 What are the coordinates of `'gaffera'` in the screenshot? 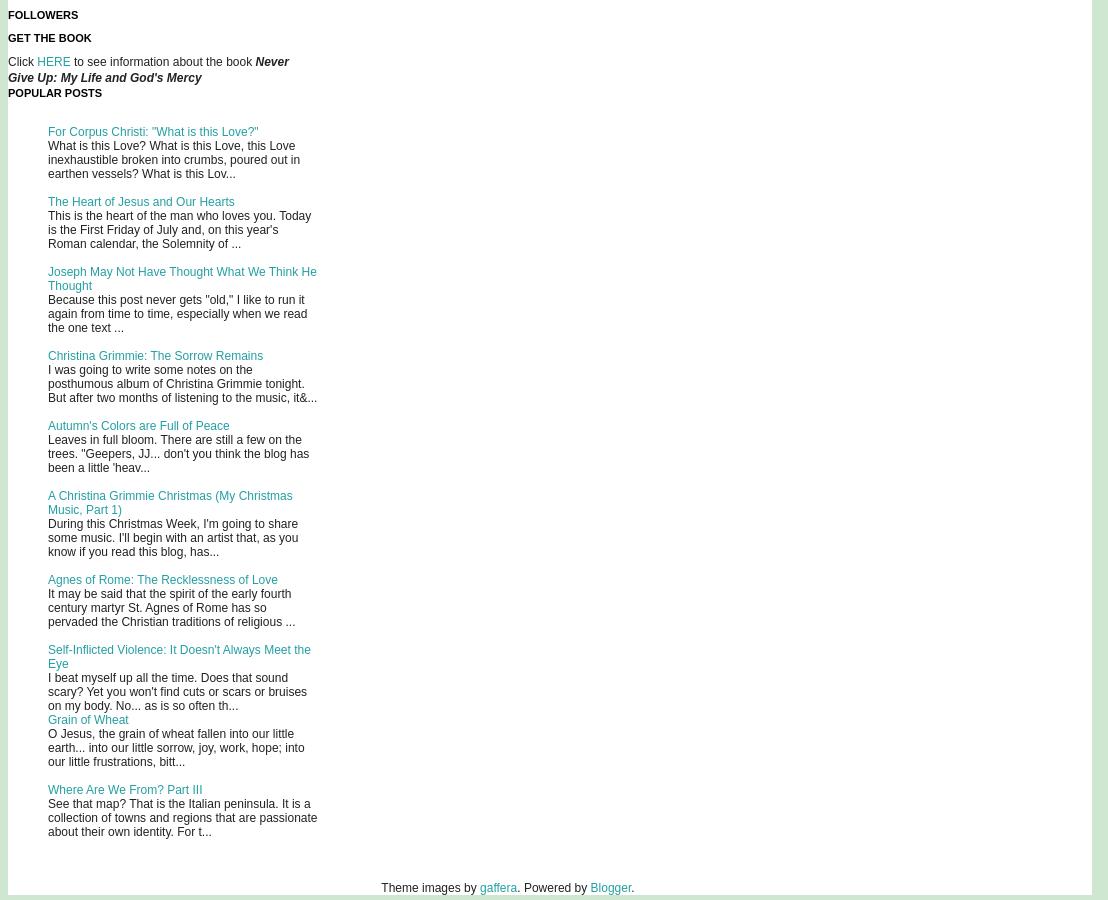 It's located at (498, 888).